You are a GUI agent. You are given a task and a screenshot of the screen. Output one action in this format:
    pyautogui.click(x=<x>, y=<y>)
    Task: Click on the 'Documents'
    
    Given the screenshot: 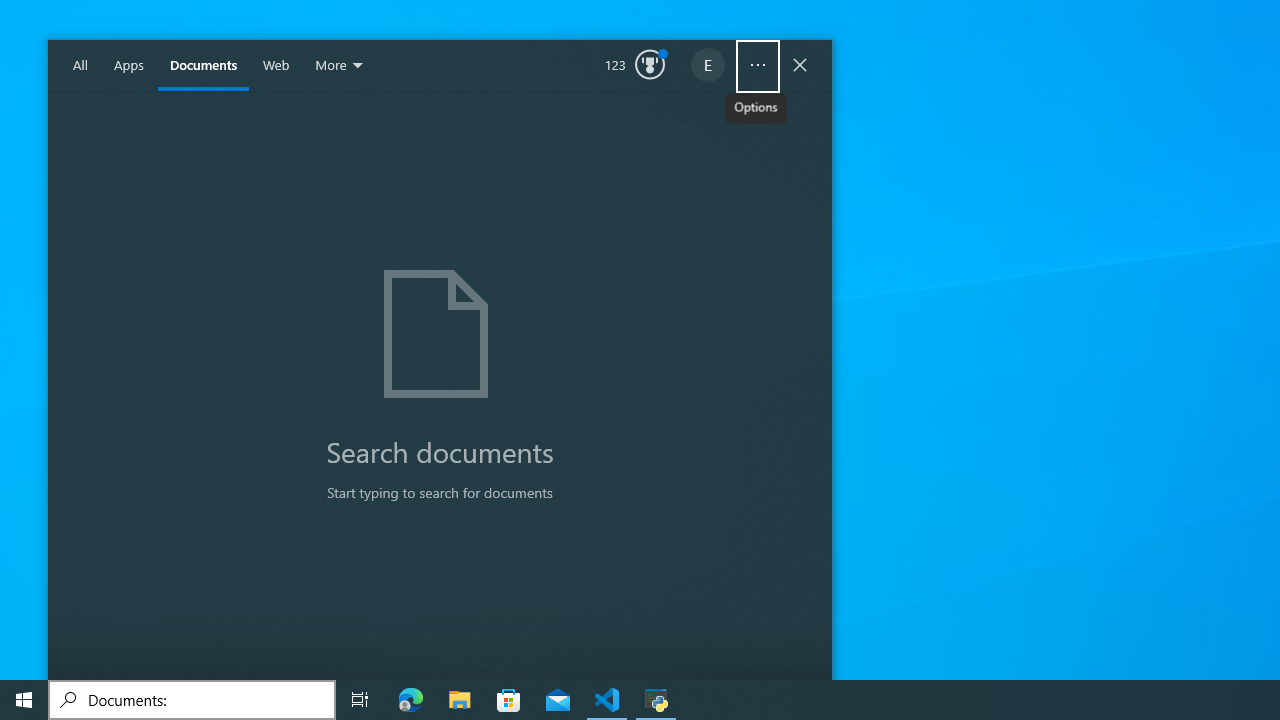 What is the action you would take?
    pyautogui.click(x=203, y=65)
    